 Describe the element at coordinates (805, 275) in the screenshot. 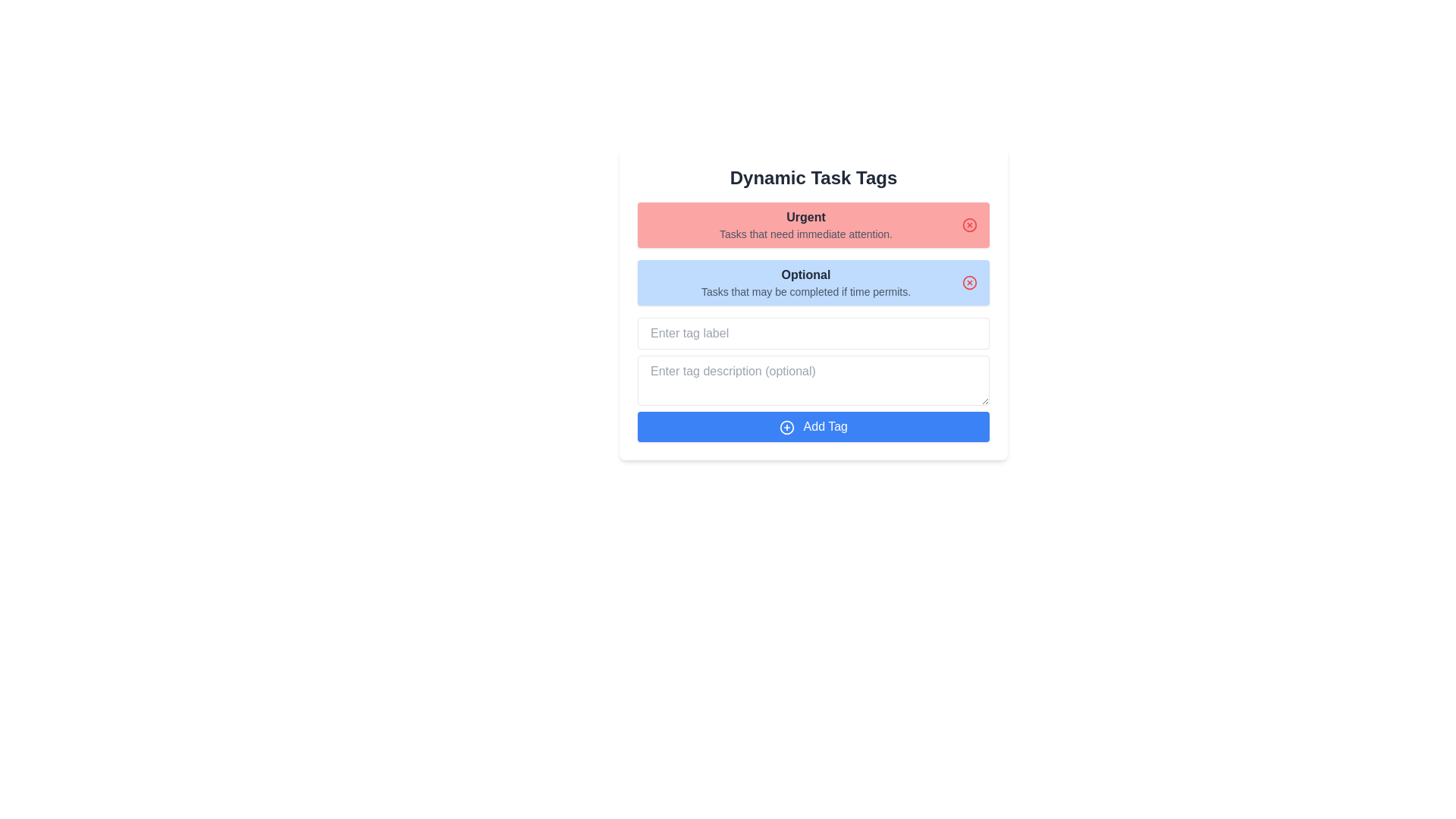

I see `Text element labeled 'Optional' which serves as a header for its section, to determine its styles or text value` at that location.